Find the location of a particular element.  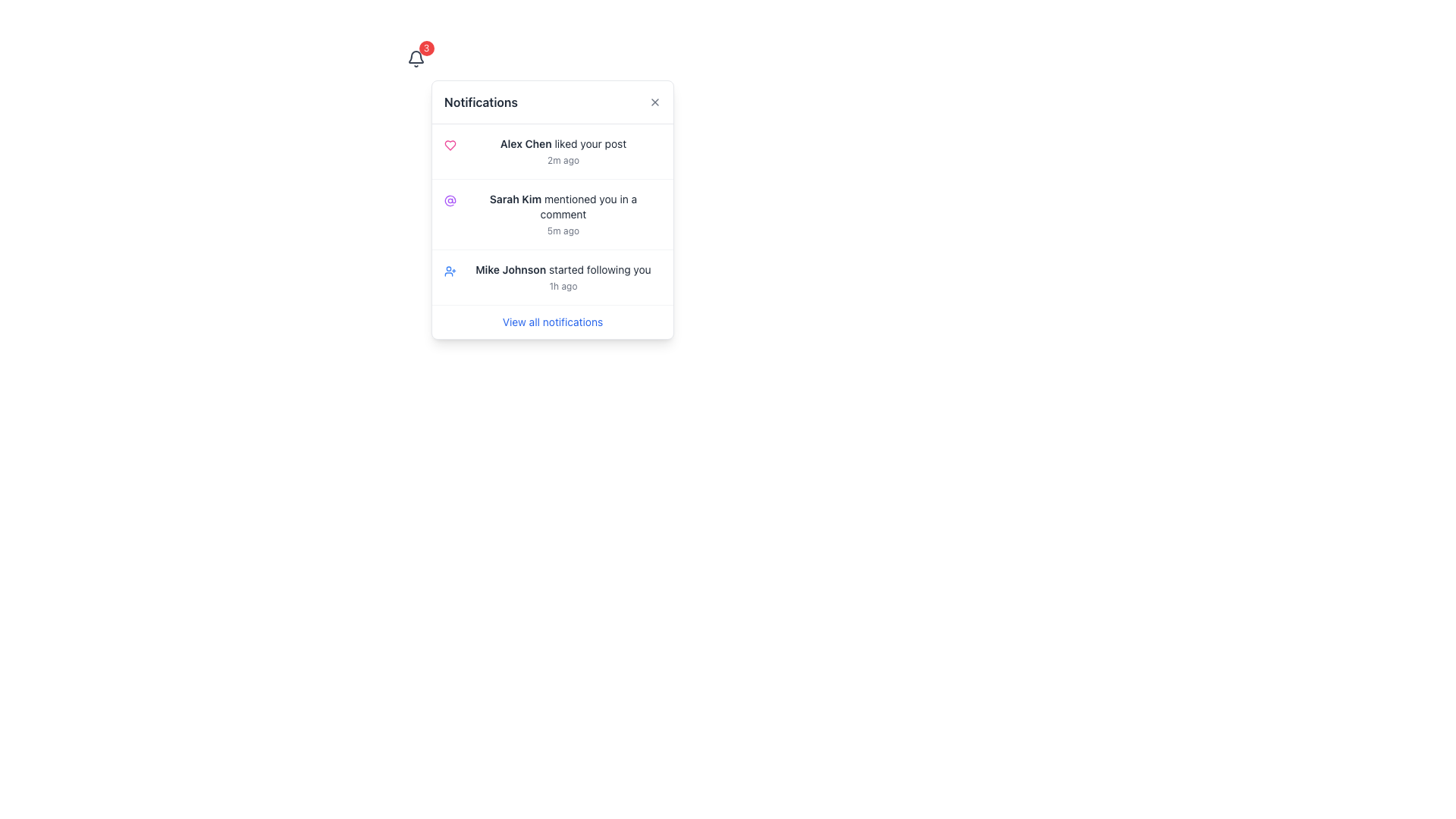

the notification entry displaying 'Alex Chen liked your post 2m ago', which includes a pink heart icon and is the first item in the notifications dropdown is located at coordinates (552, 152).